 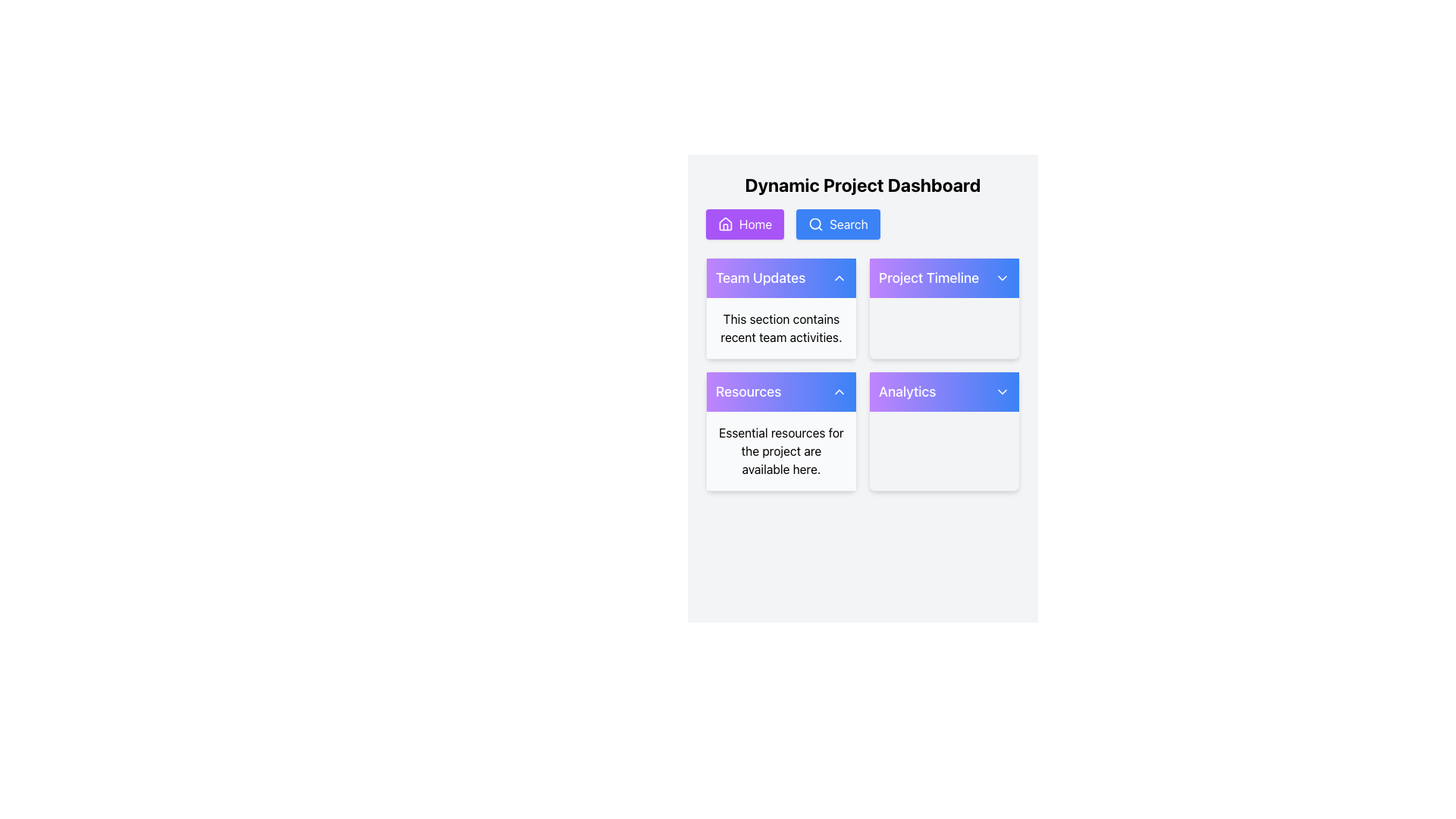 What do you see at coordinates (943, 391) in the screenshot?
I see `the 'Analytics' dropdown toggle` at bounding box center [943, 391].